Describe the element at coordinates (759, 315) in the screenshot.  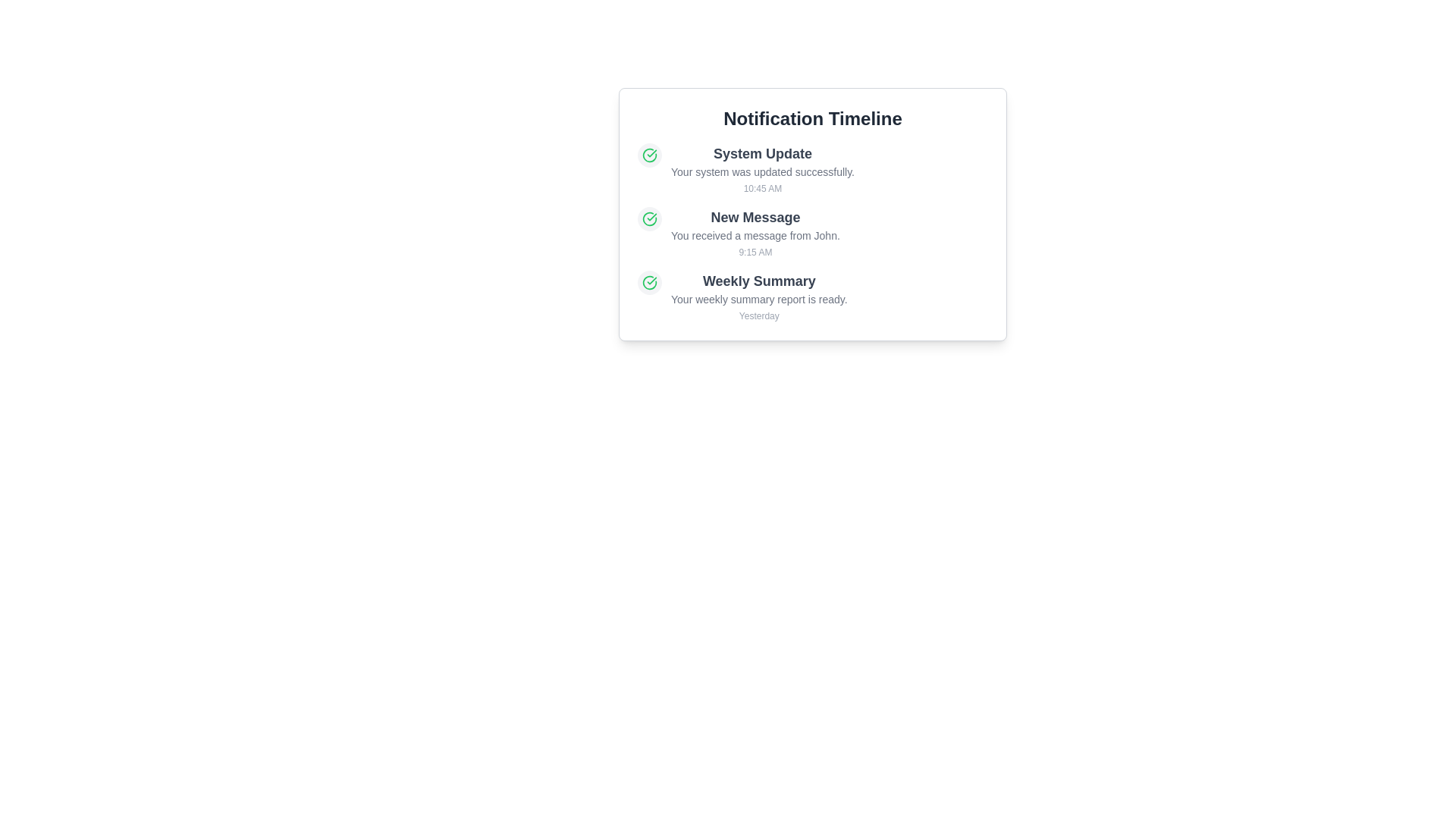
I see `the static text displaying 'Yesterday' in light gray color, which is positioned below the title 'Weekly Summary' and the description text 'Your weekly summary report is ready.'` at that location.